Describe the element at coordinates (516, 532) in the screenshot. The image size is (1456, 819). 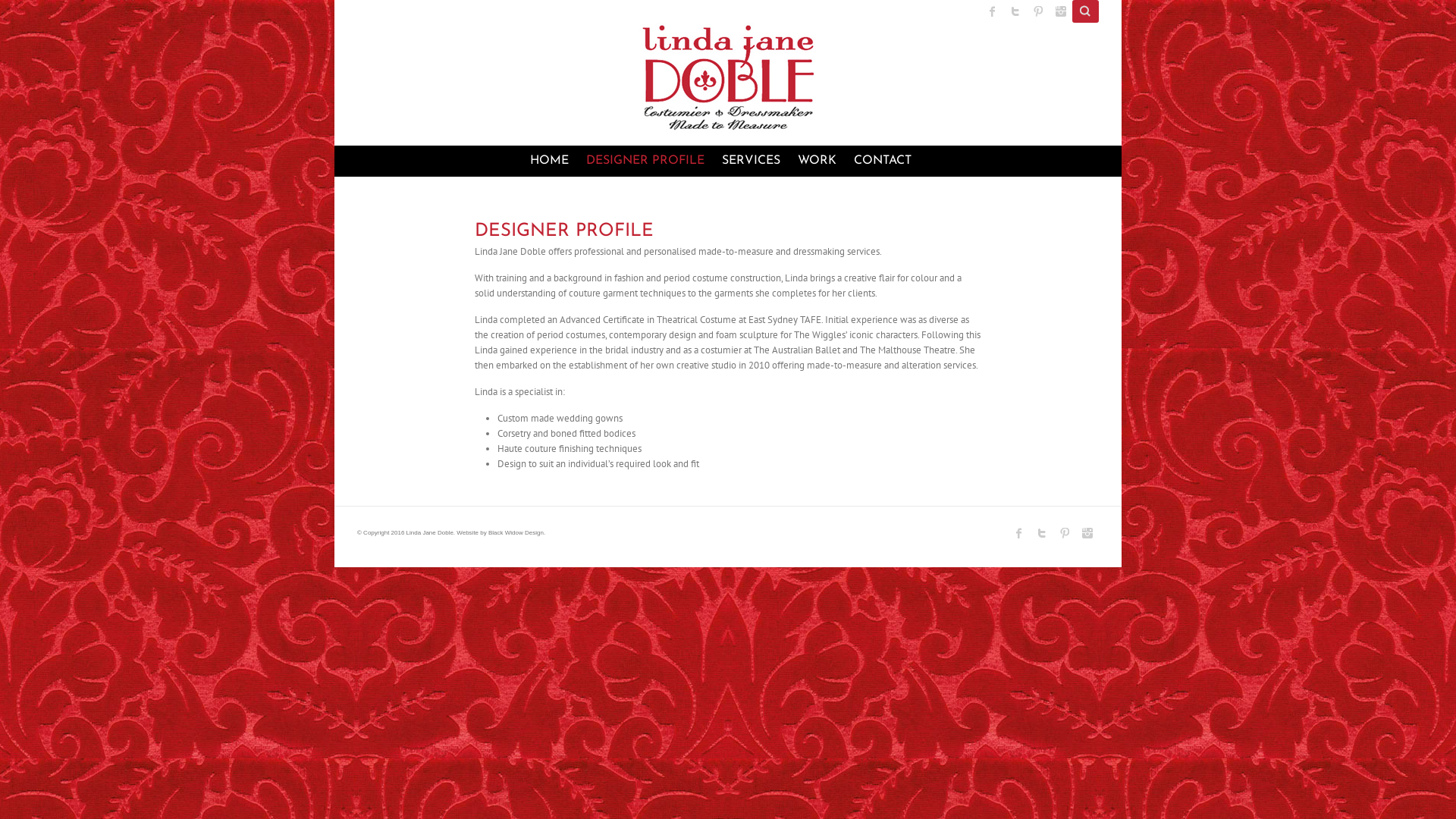
I see `'Black Widow Design.'` at that location.